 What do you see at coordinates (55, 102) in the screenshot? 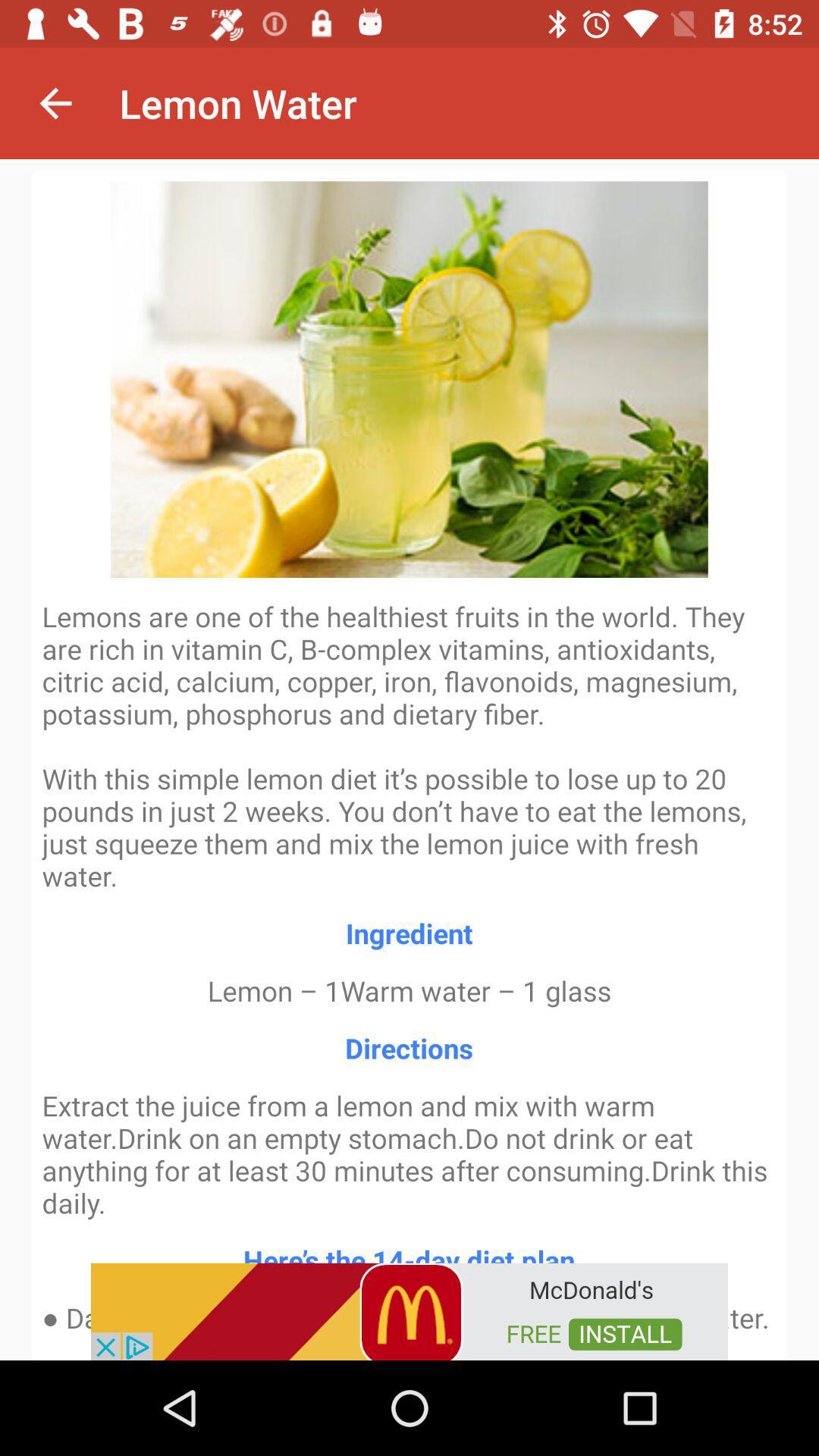
I see `app next to lemon water item` at bounding box center [55, 102].